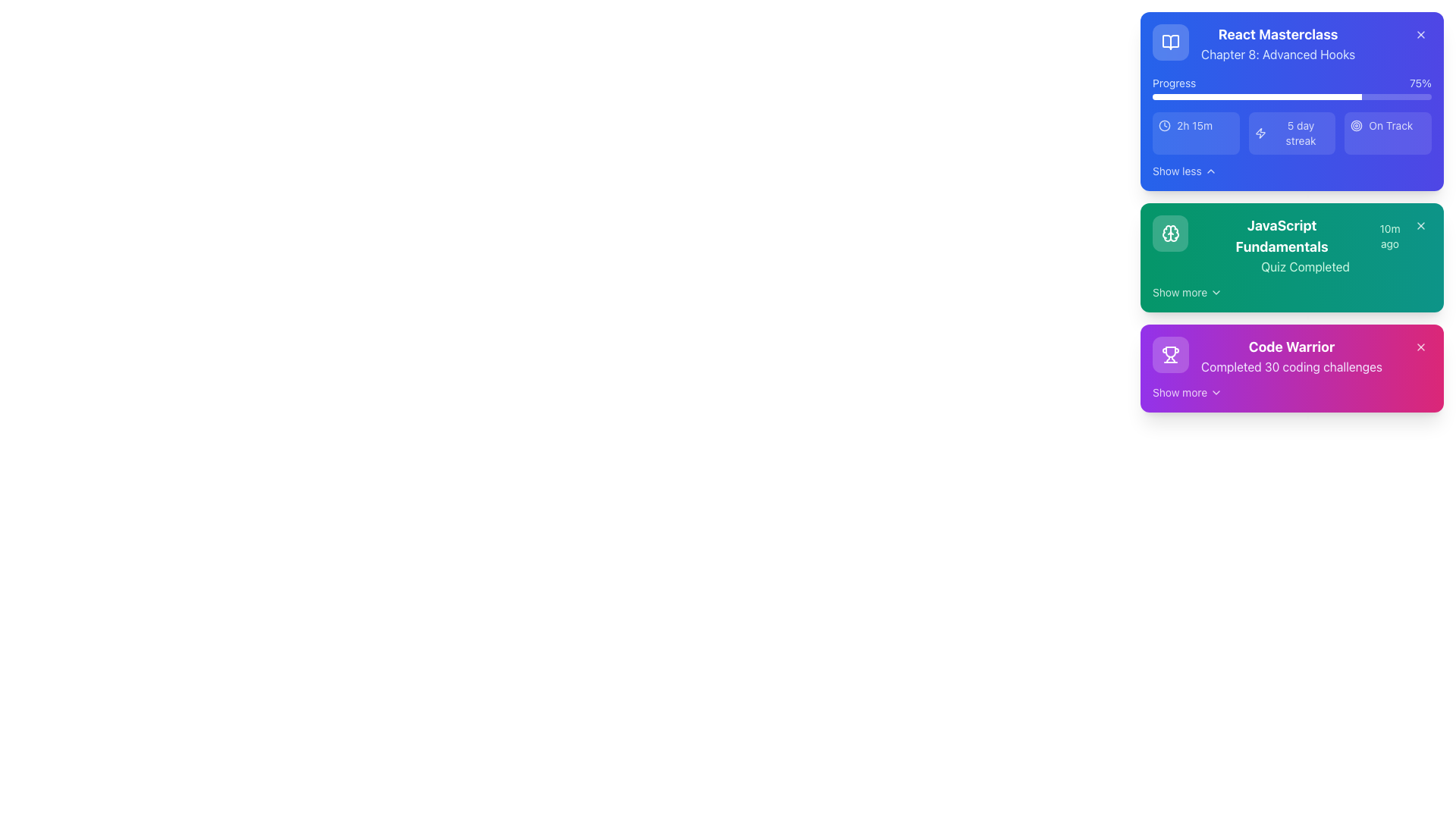  Describe the element at coordinates (1304, 245) in the screenshot. I see `the Text Display element that provides information about the completion status and timing of the JavaScript Fundamentals quiz, located centrally within the green card, beneath the '10m ago' text and above the 'Quiz Completed' text` at that location.